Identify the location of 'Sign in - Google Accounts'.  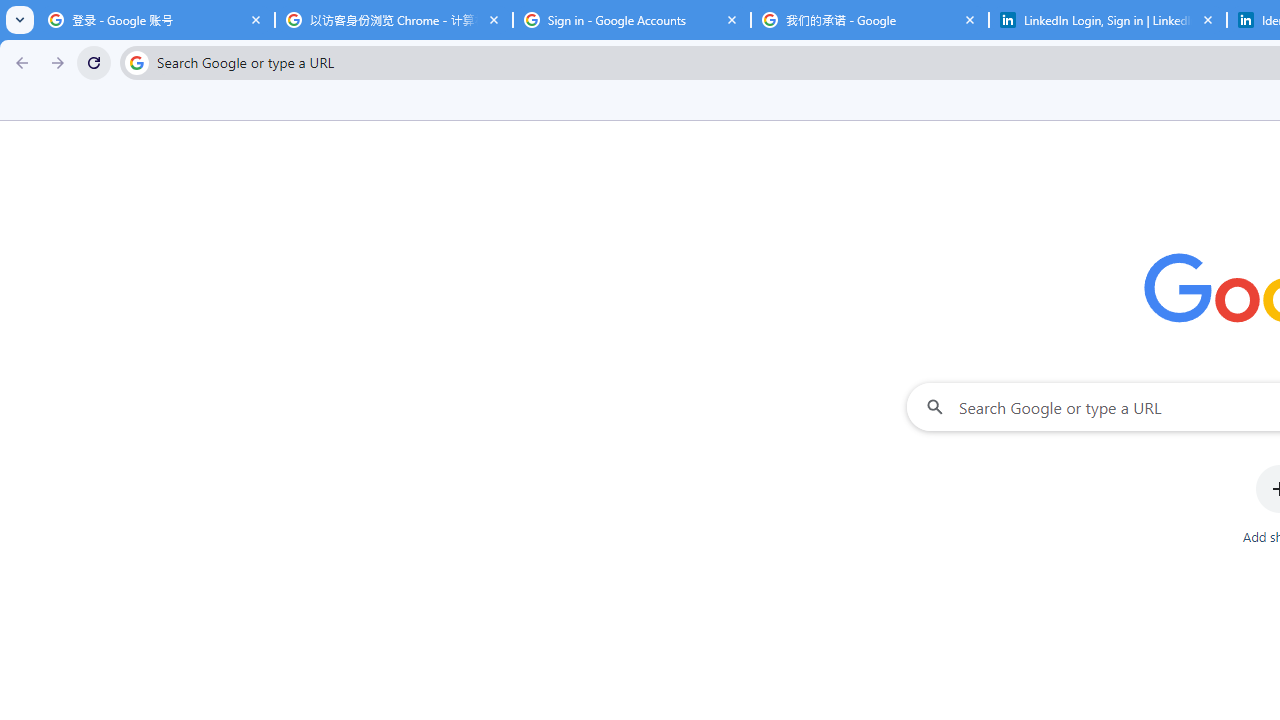
(631, 20).